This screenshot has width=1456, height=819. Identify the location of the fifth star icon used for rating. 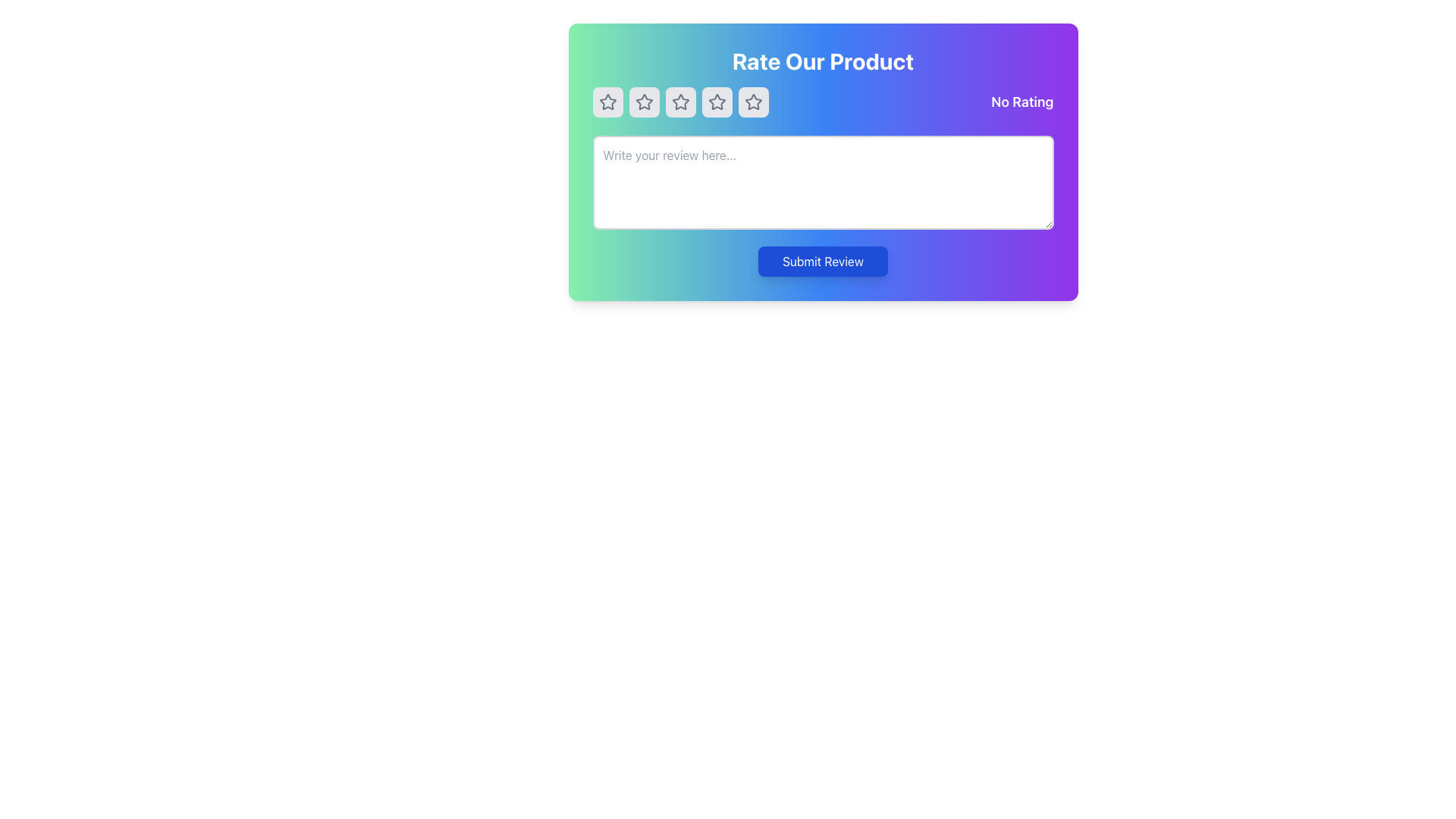
(753, 102).